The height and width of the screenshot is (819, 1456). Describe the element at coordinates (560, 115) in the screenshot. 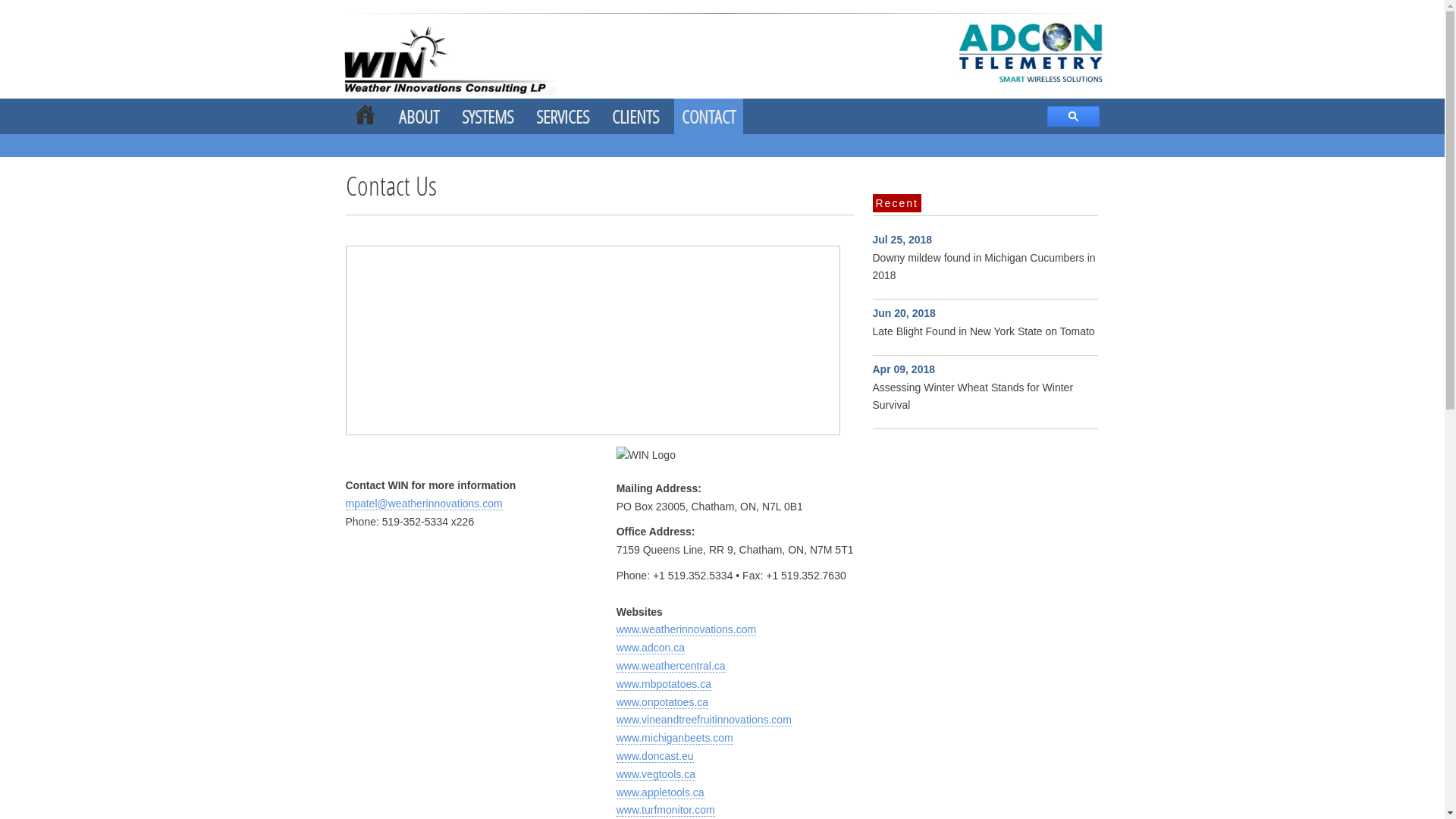

I see `'SERVICES'` at that location.